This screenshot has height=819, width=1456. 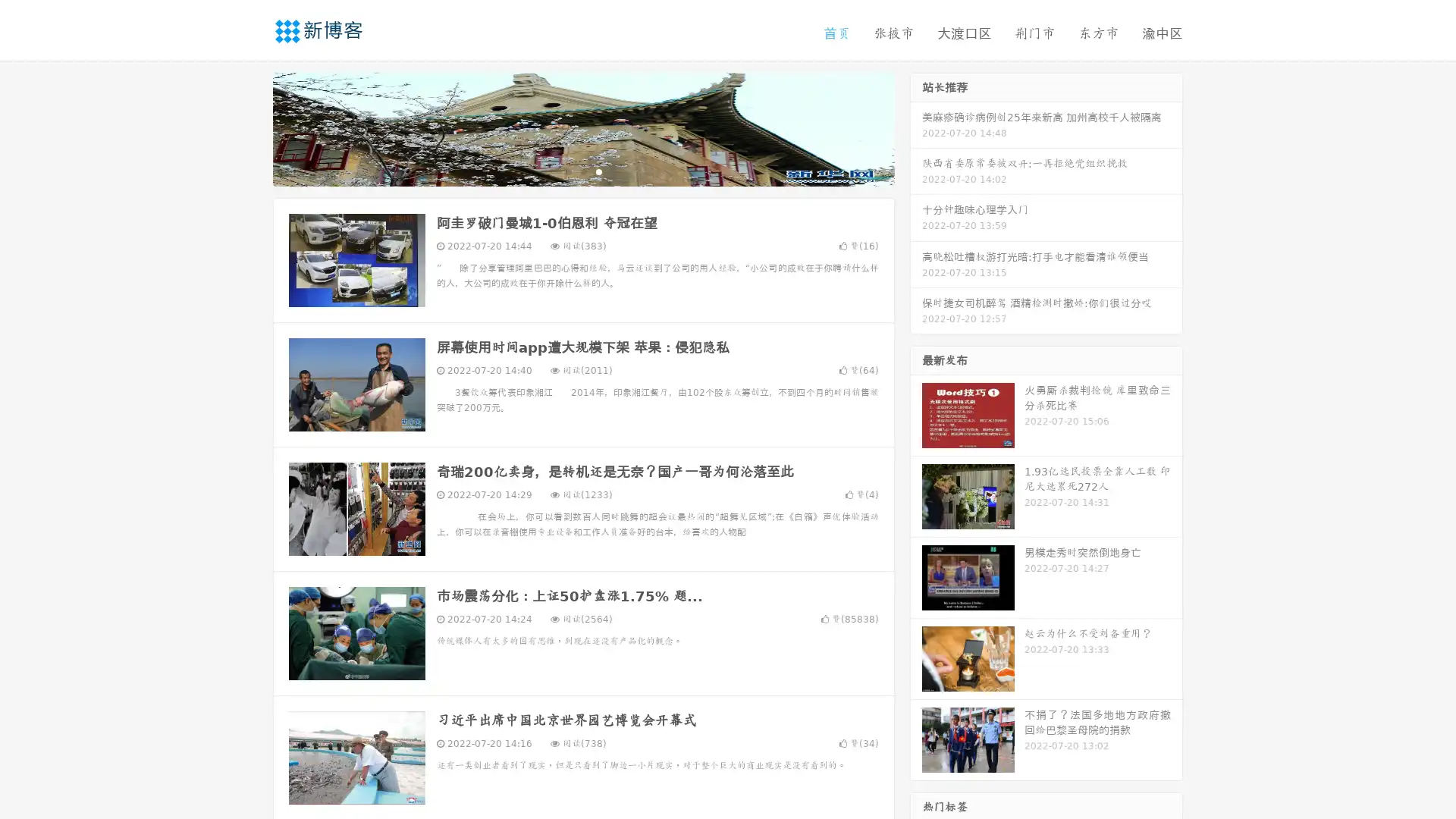 I want to click on Go to slide 3, so click(x=598, y=171).